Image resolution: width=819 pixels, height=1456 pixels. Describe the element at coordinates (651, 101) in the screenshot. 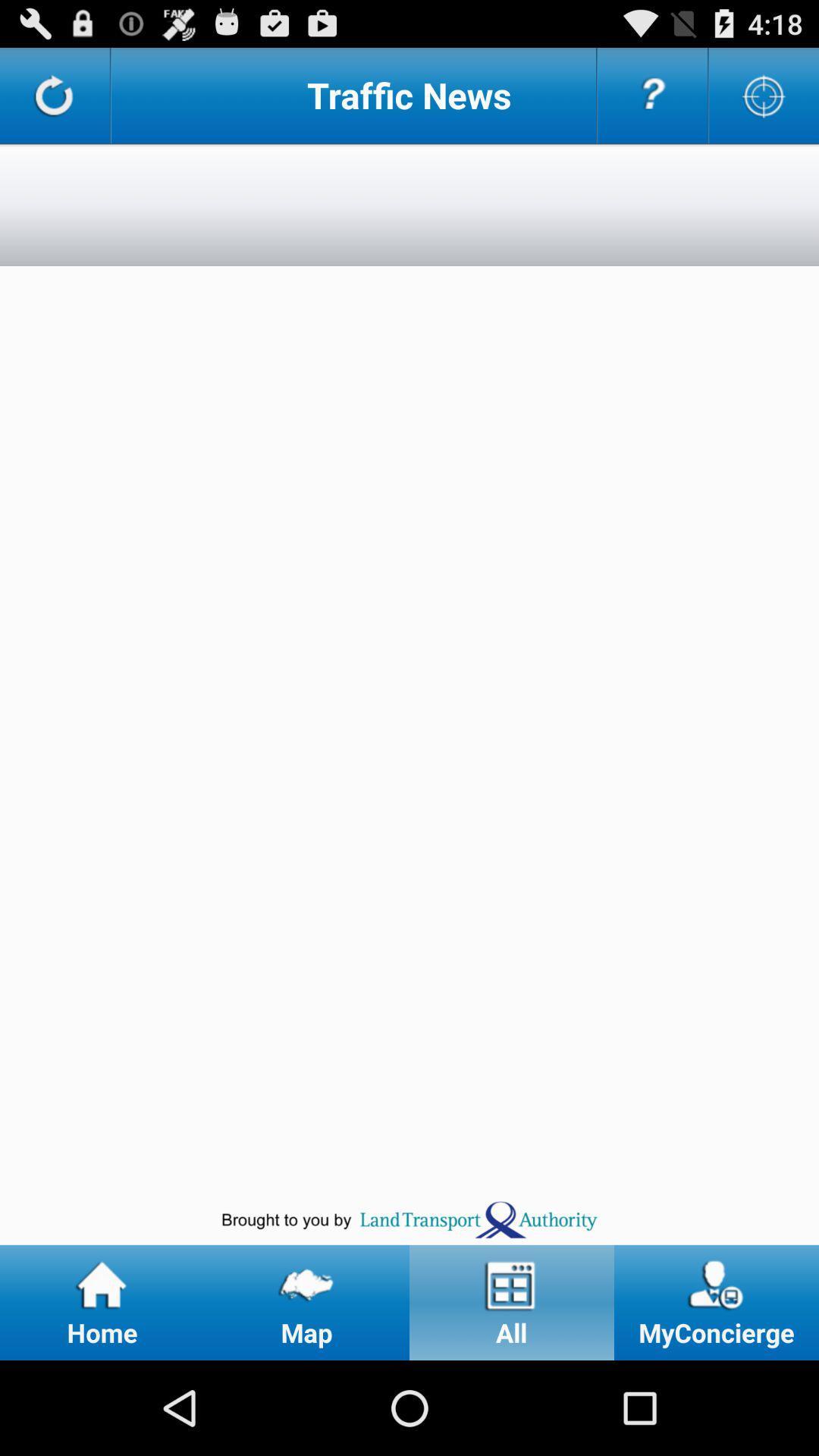

I see `the help icon` at that location.